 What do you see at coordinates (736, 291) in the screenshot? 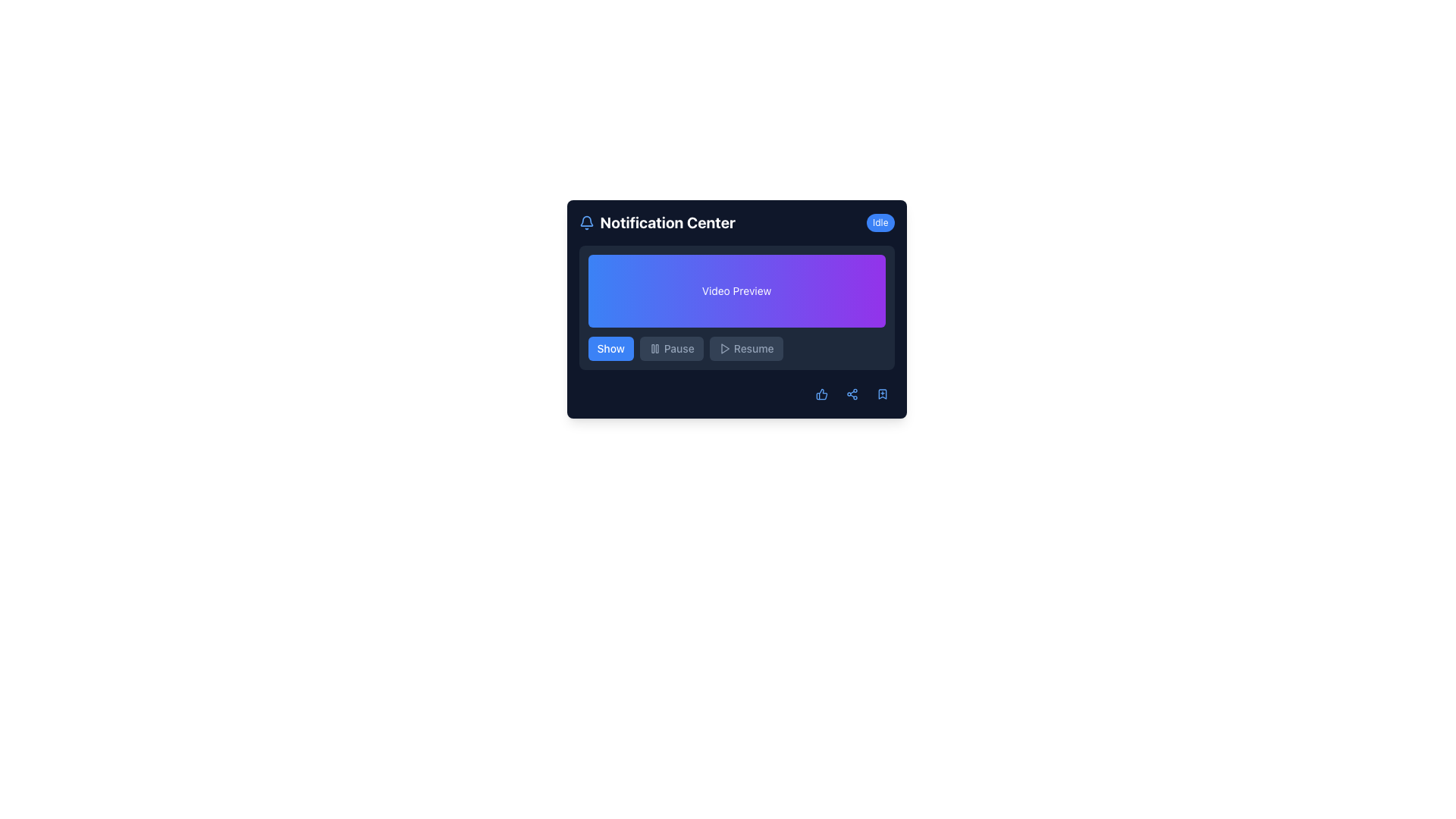
I see `the 'Video Preview' text label, which is displayed in white text on a gradient background transitioning from blue to purple, located in the upper-middle part of the interface` at bounding box center [736, 291].